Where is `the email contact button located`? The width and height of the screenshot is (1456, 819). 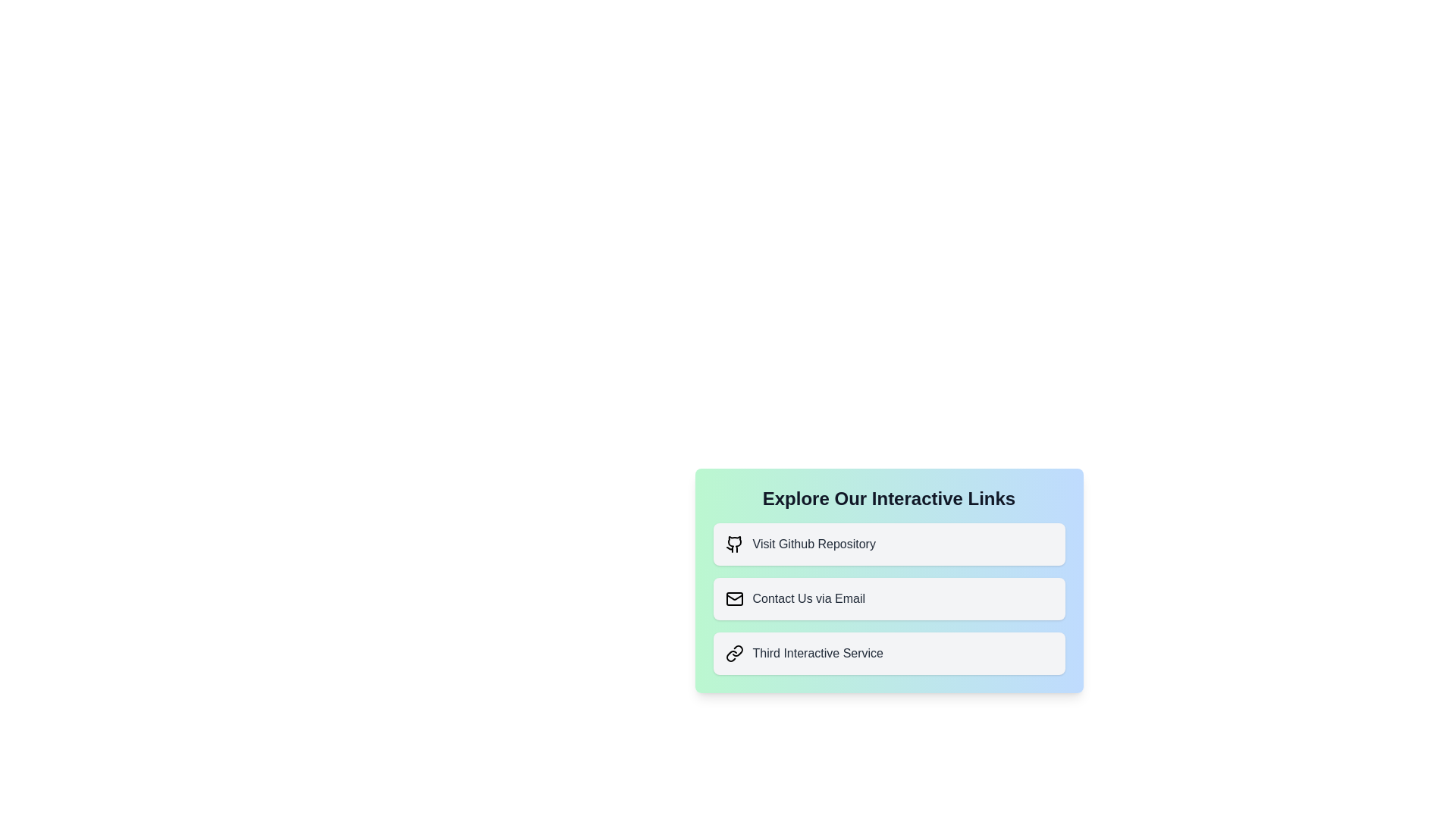 the email contact button located is located at coordinates (889, 598).